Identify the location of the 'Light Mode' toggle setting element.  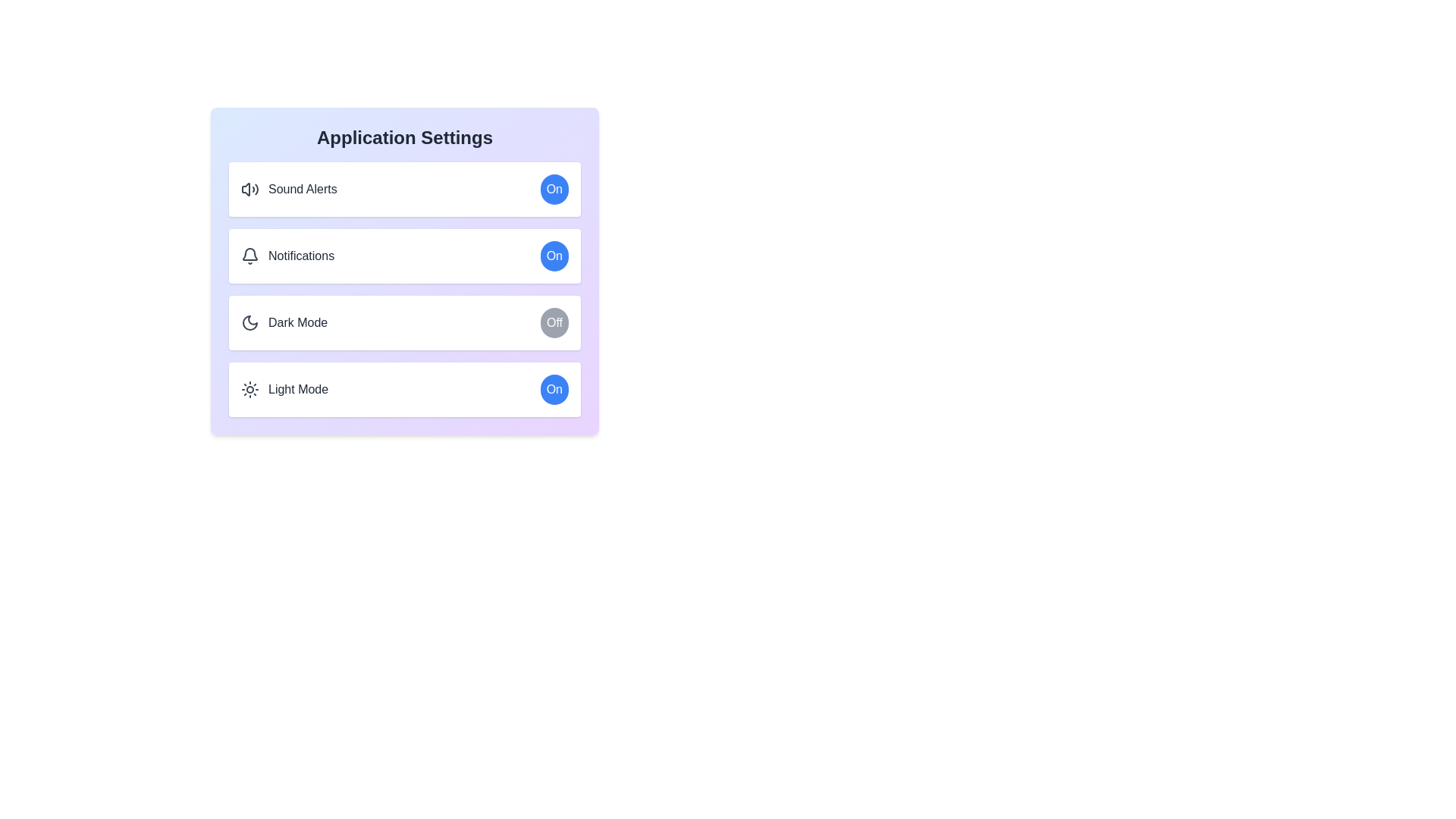
(404, 388).